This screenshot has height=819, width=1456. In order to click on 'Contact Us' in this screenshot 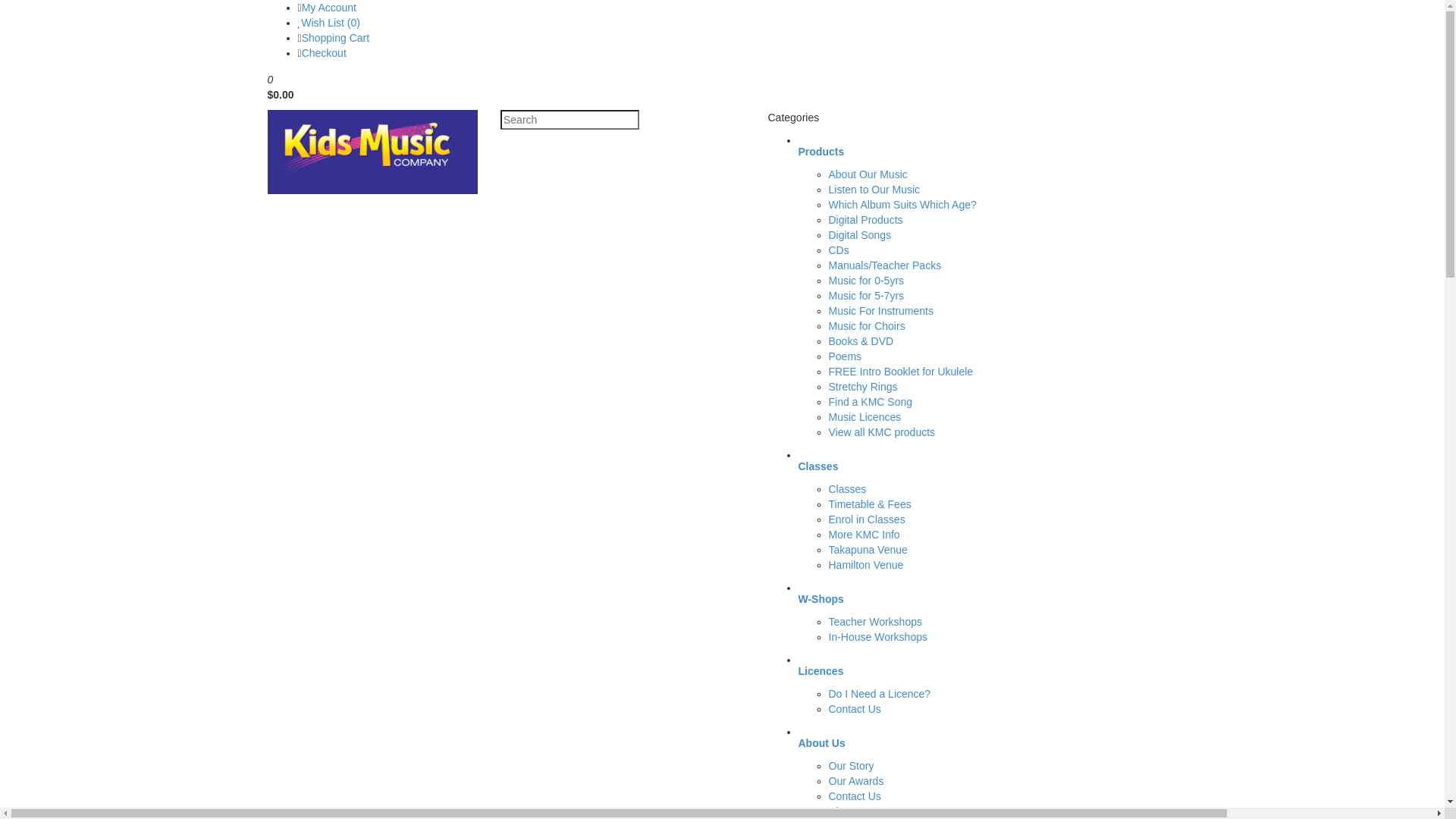, I will do `click(827, 708)`.